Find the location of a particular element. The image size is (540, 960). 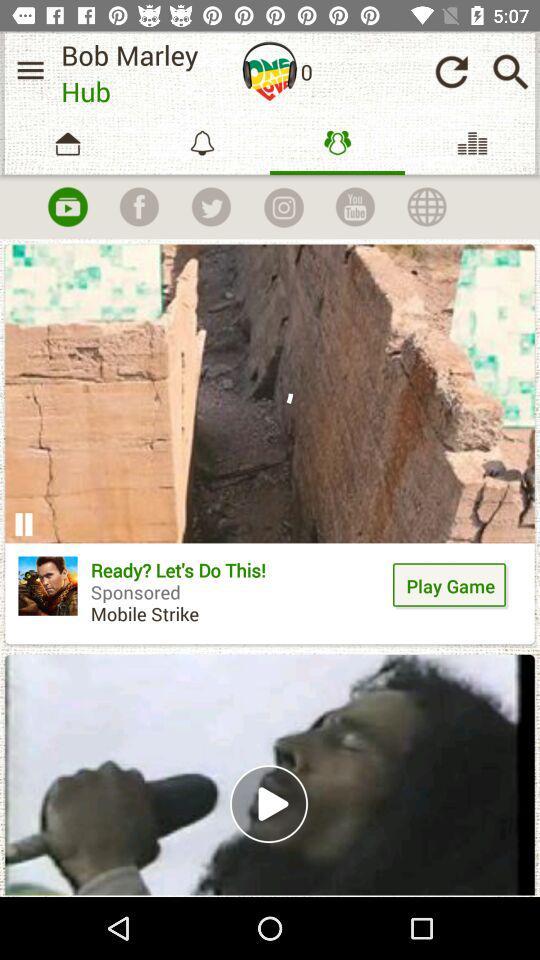

instagram is located at coordinates (282, 207).